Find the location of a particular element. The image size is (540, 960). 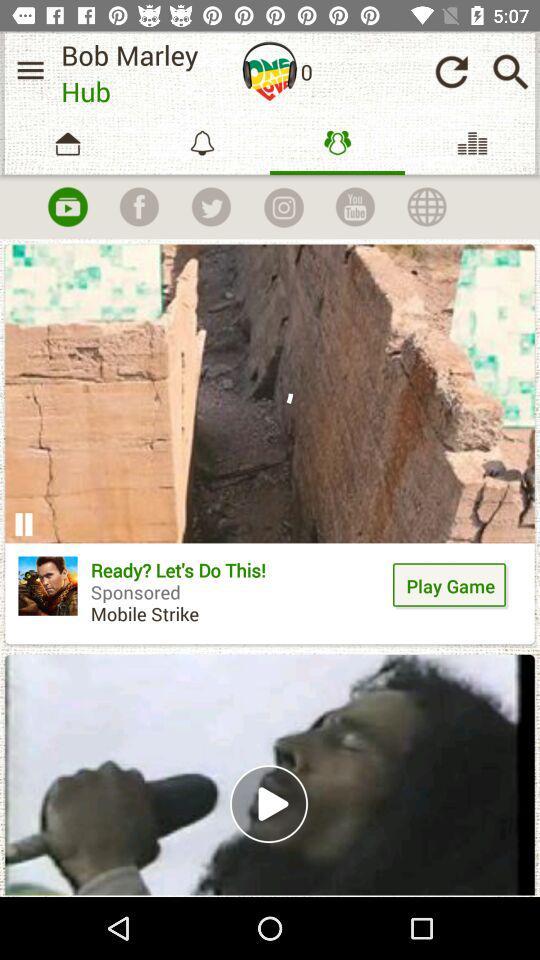

instagram is located at coordinates (282, 207).